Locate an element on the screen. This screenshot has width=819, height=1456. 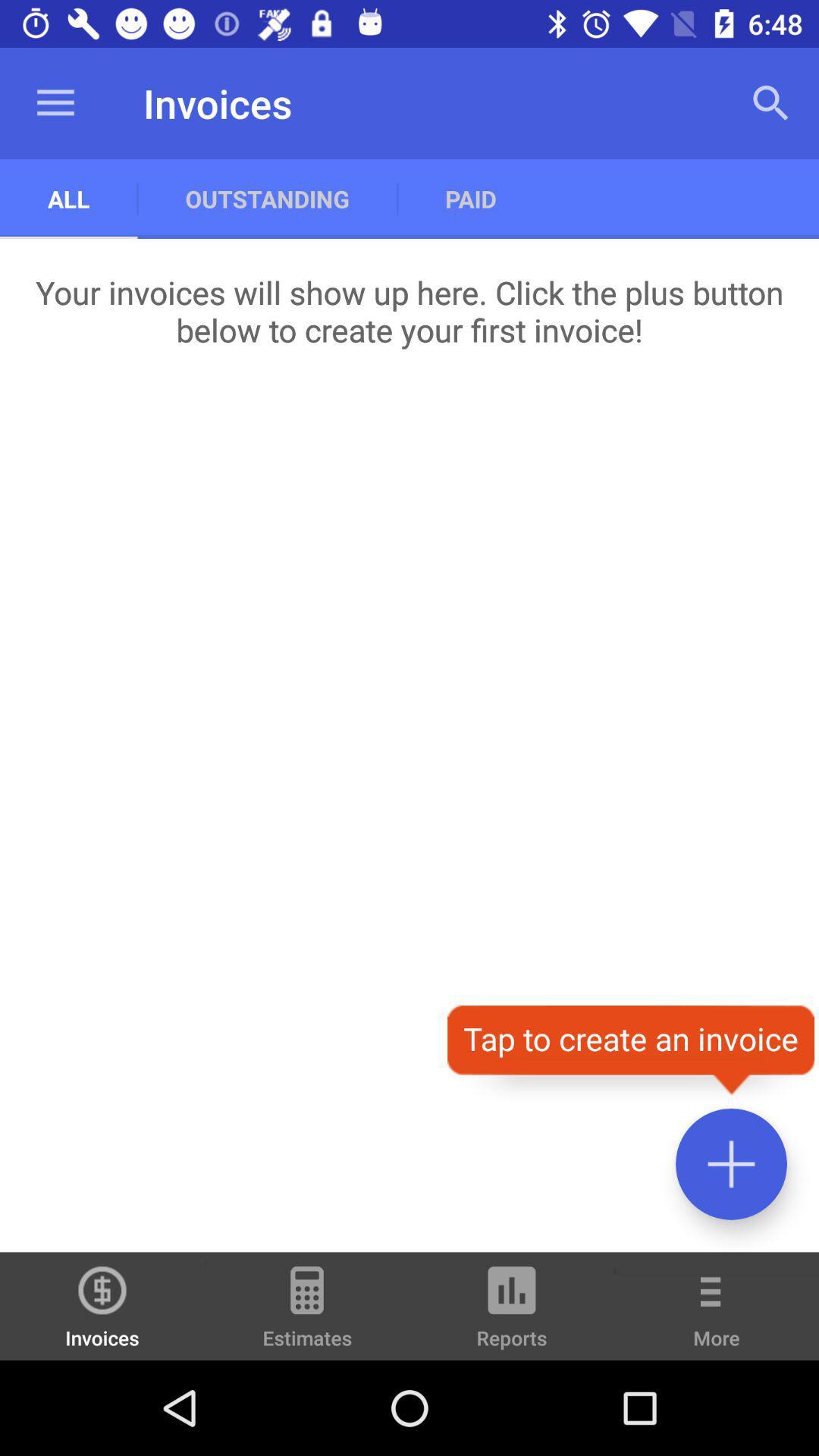
the item above all item is located at coordinates (55, 102).